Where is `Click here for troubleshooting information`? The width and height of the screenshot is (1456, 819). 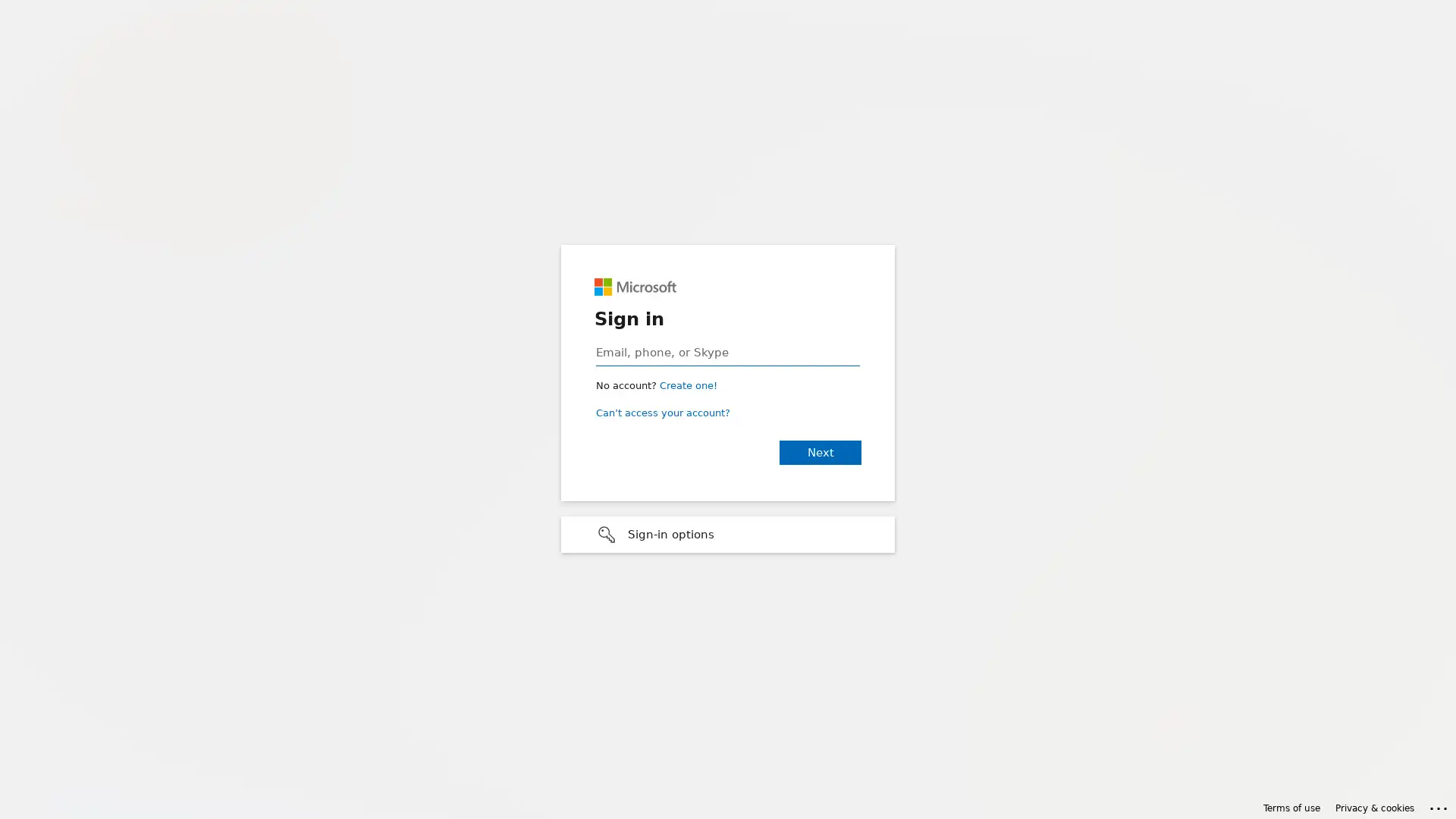 Click here for troubleshooting information is located at coordinates (1439, 805).